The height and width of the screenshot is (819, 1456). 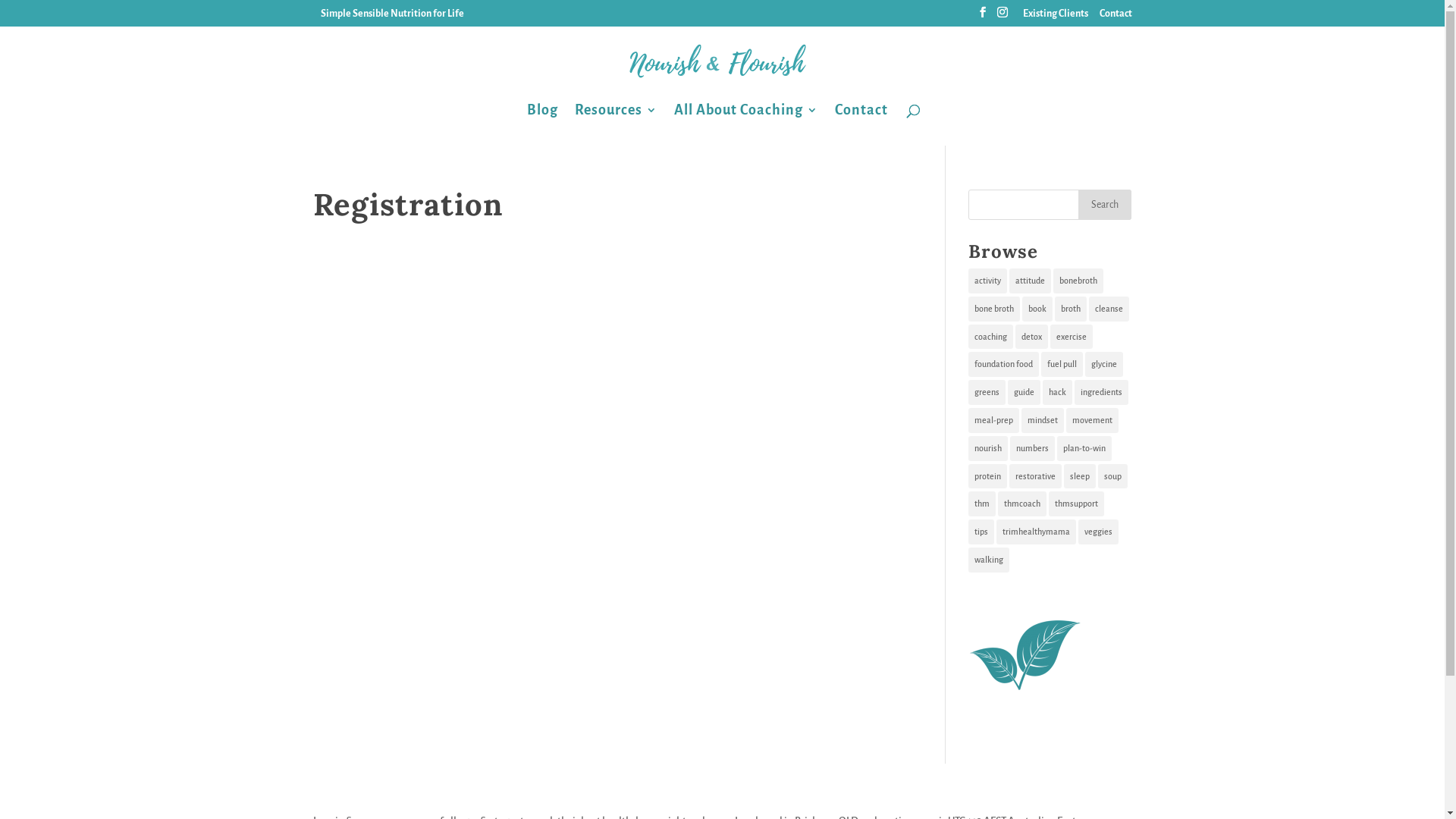 What do you see at coordinates (987, 447) in the screenshot?
I see `'nourish'` at bounding box center [987, 447].